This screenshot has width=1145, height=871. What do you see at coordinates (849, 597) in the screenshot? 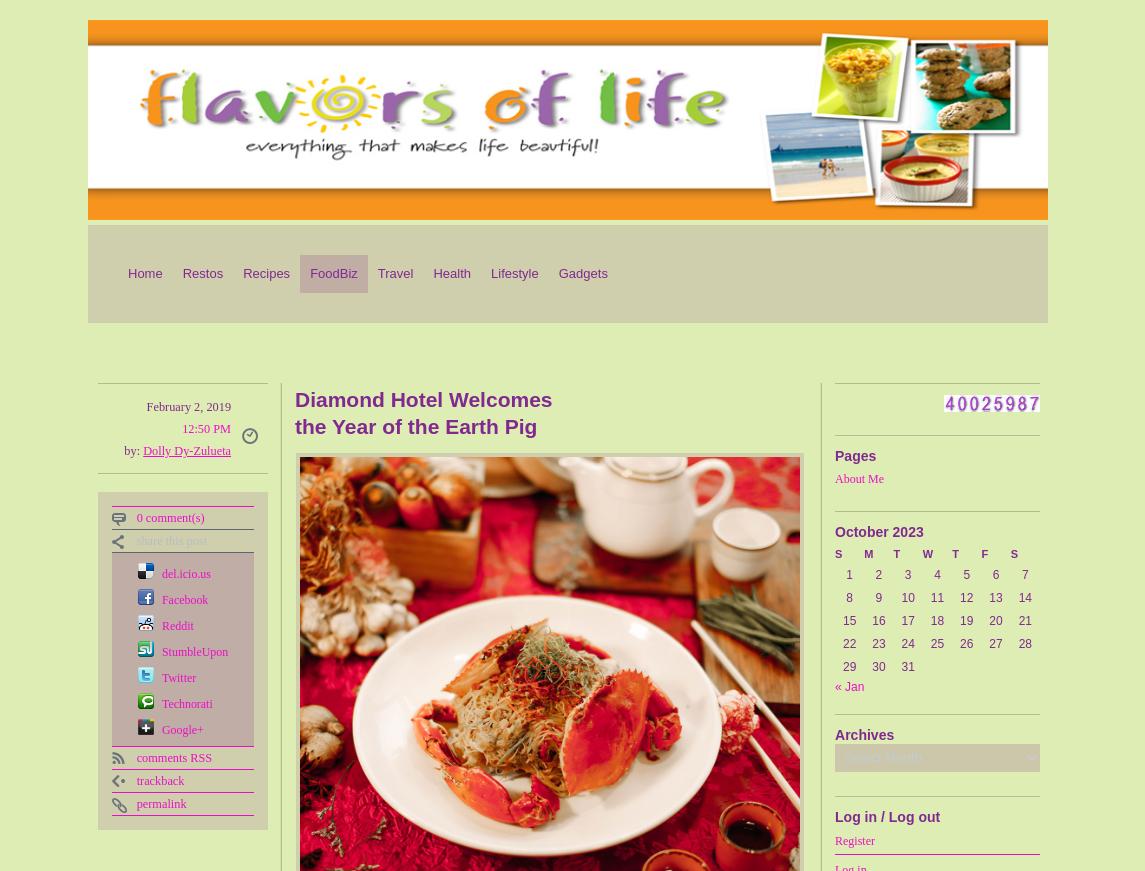
I see `'8'` at bounding box center [849, 597].